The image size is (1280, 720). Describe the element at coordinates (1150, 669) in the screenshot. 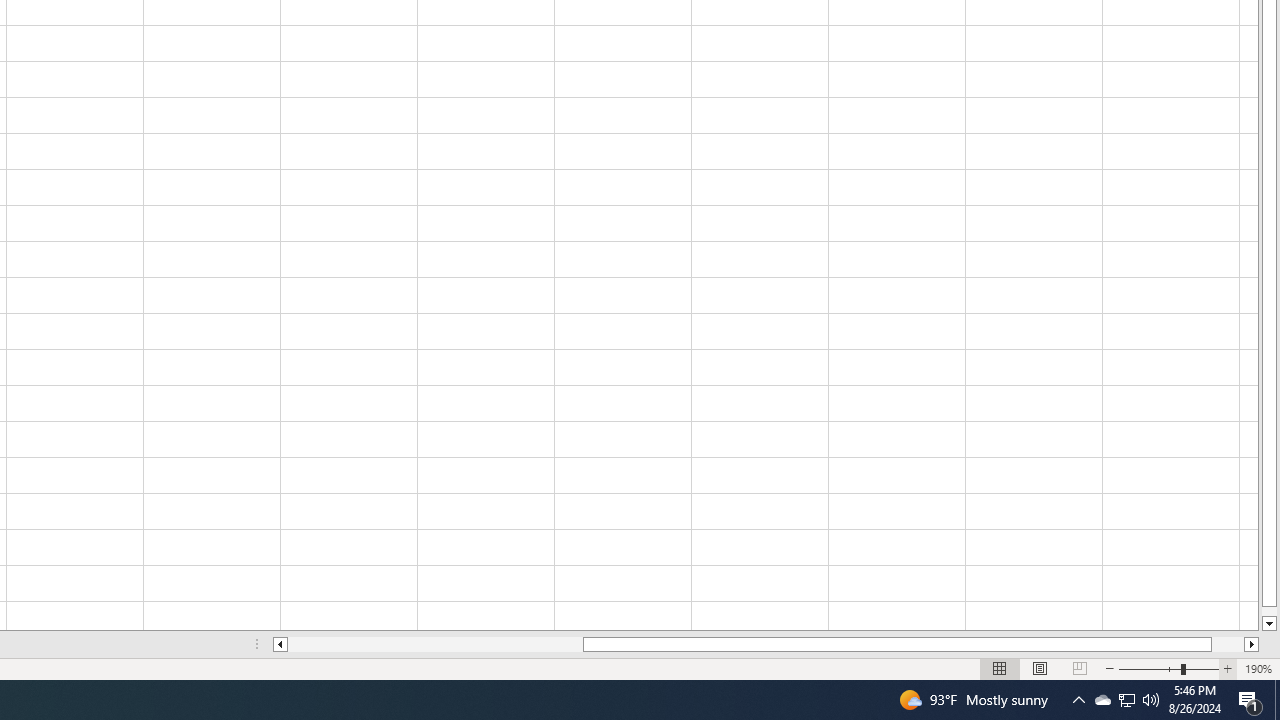

I see `'Zoom Out'` at that location.